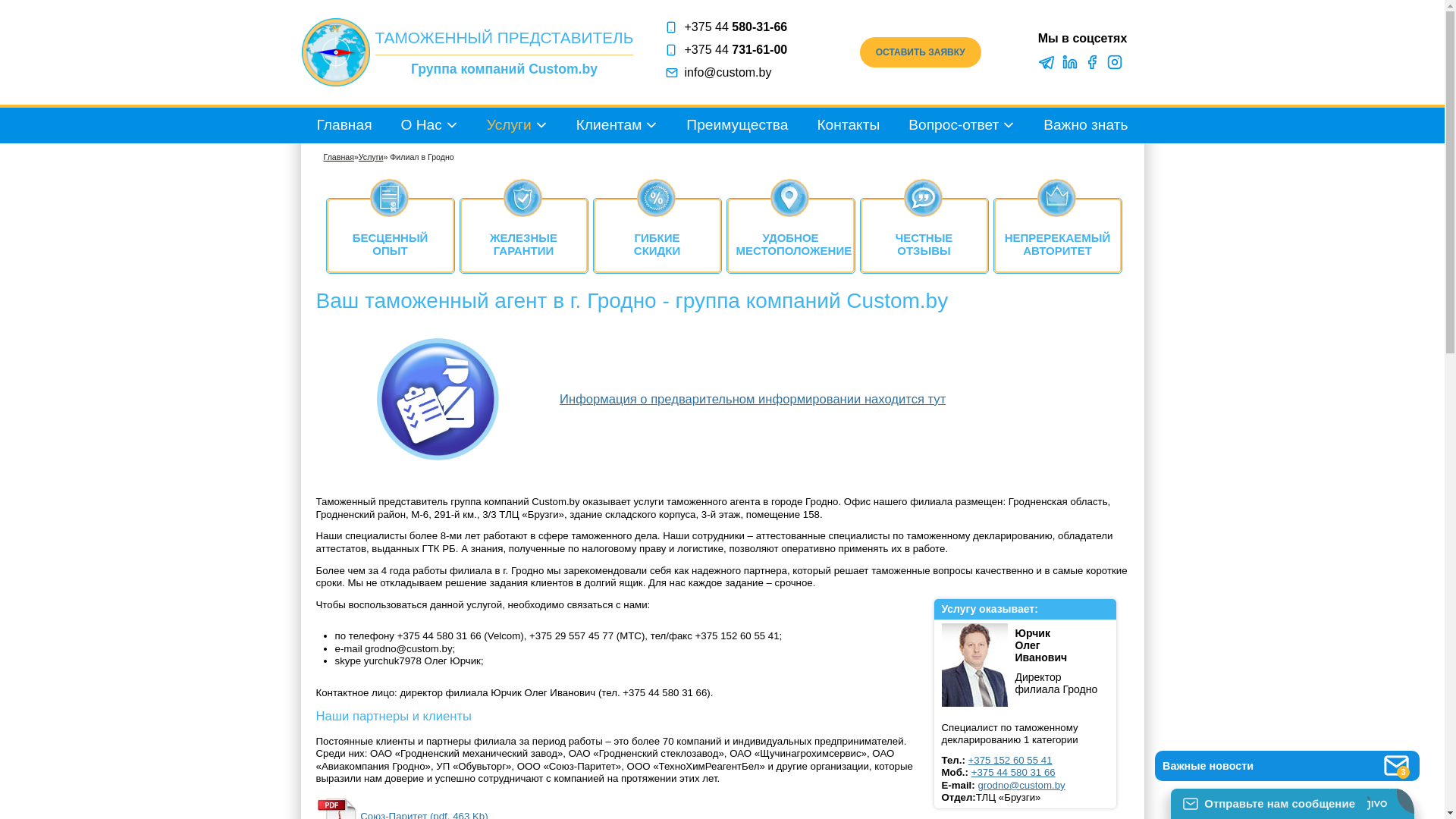  Describe the element at coordinates (739, 49) in the screenshot. I see `'+375 44 731-61-00'` at that location.